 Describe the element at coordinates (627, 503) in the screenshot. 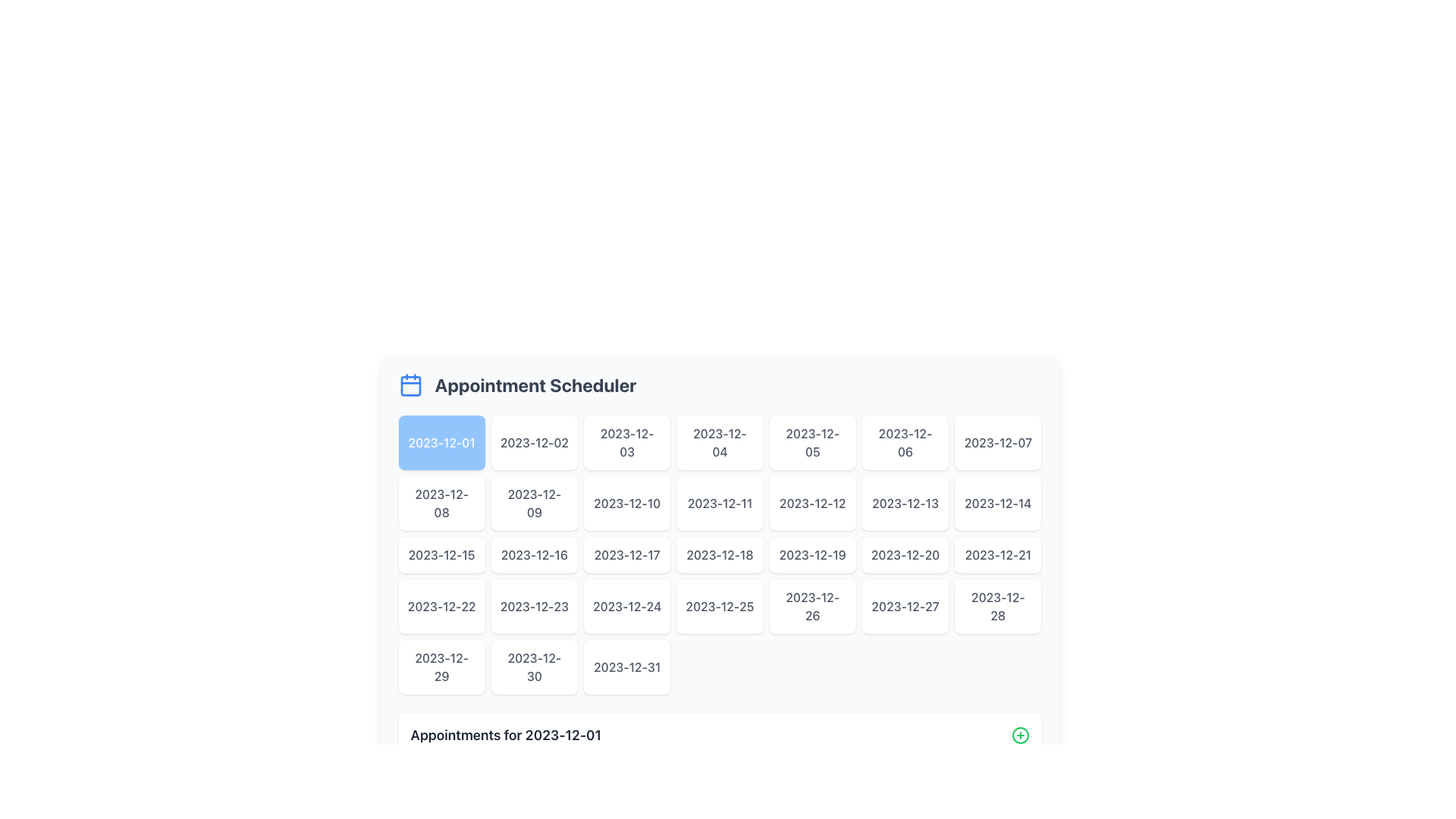

I see `the interactive date button for '2023-12-10'` at that location.